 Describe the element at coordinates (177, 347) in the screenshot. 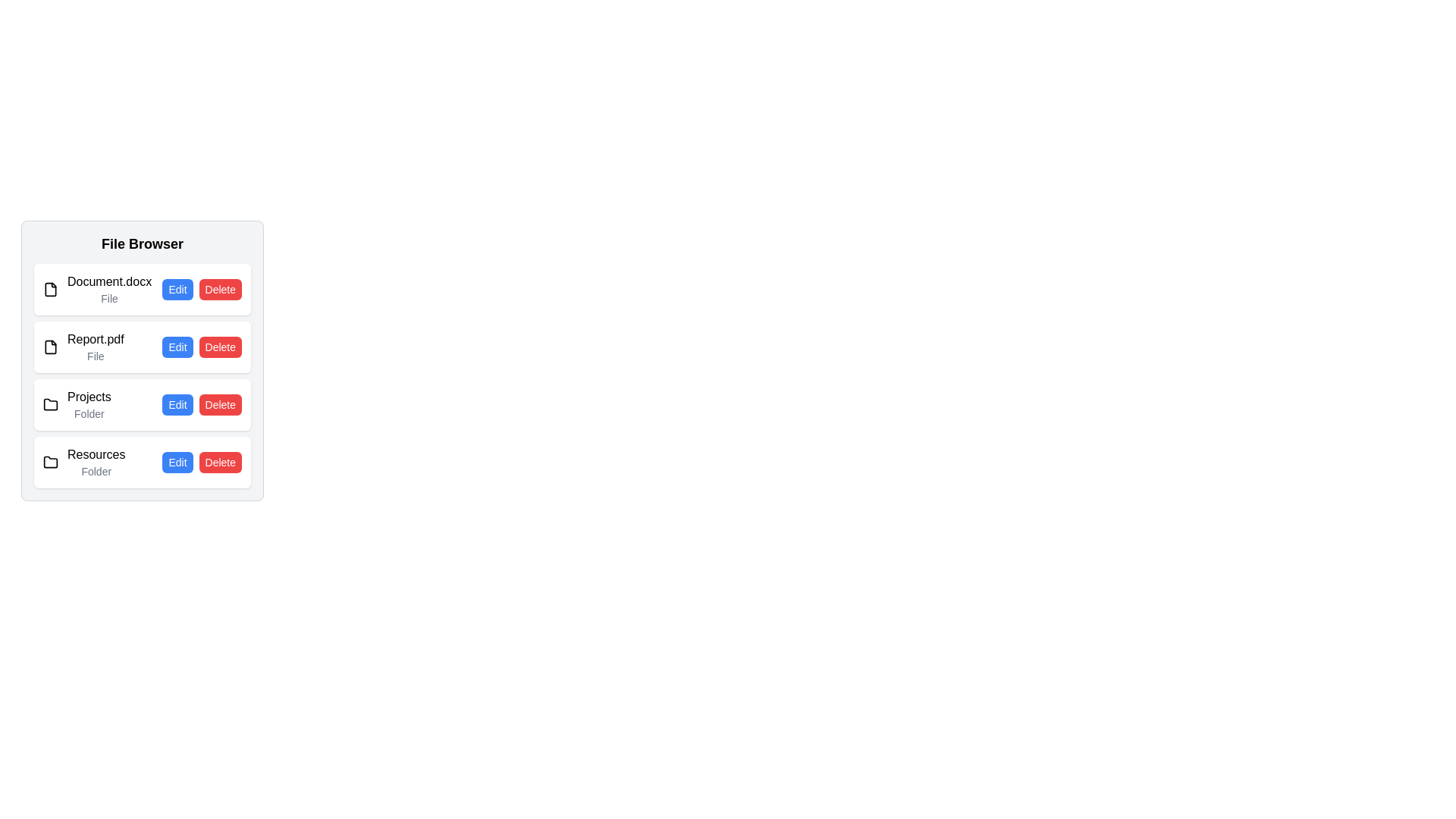

I see `'Edit' button for the specified file or folder Report.pdf` at that location.